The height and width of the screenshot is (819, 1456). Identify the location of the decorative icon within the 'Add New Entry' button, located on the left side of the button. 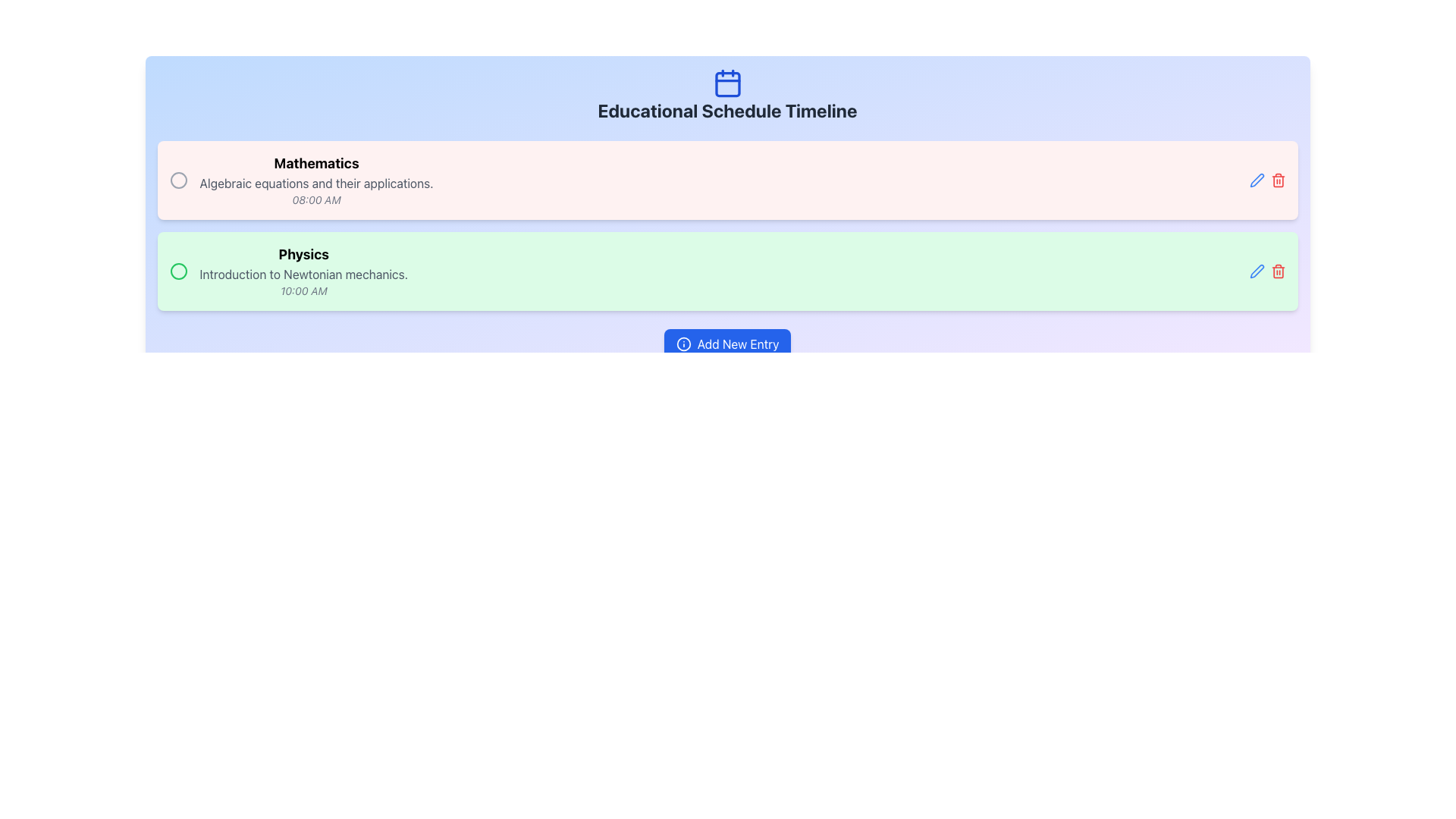
(682, 344).